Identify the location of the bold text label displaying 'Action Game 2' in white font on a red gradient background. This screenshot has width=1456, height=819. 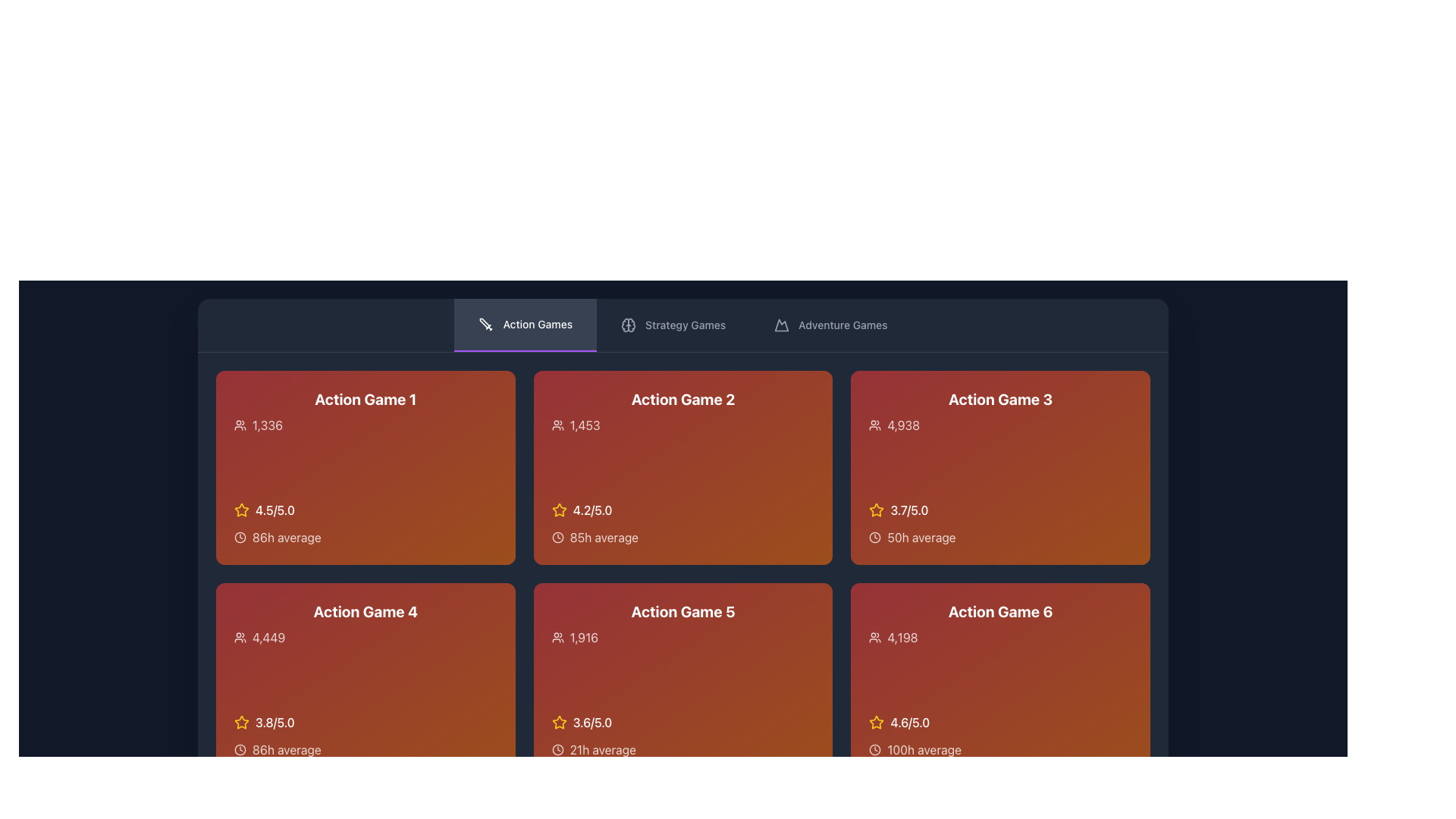
(682, 399).